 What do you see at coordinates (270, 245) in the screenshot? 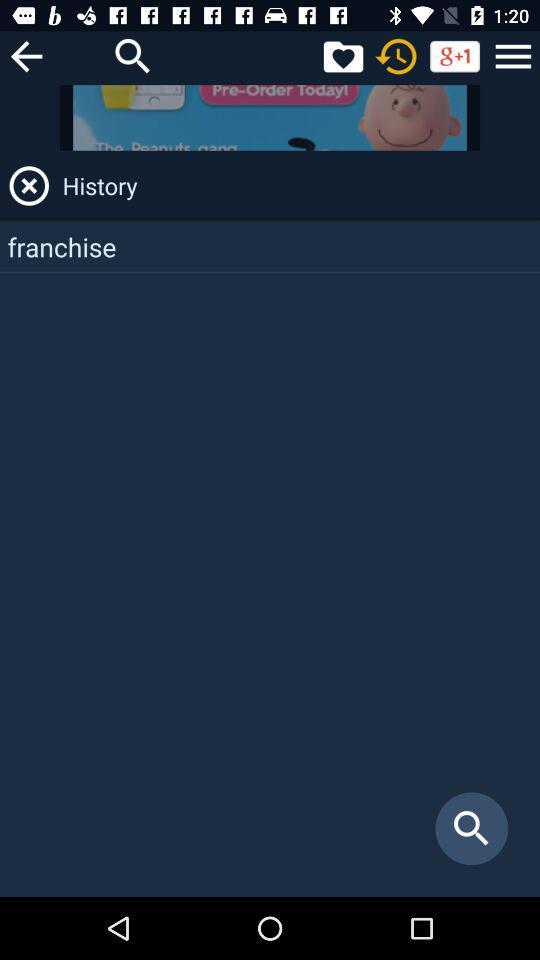
I see `the franchise app` at bounding box center [270, 245].